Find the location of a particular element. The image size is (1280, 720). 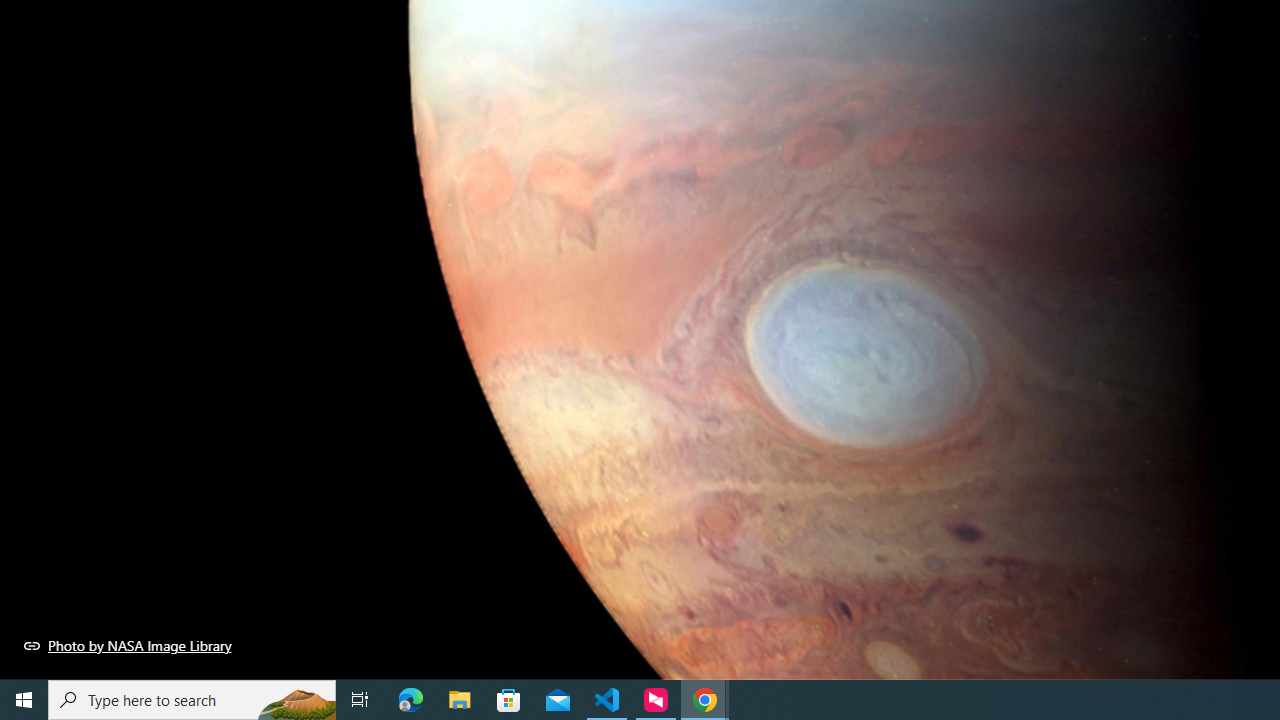

'Photo by NASA Image Library' is located at coordinates (127, 645).